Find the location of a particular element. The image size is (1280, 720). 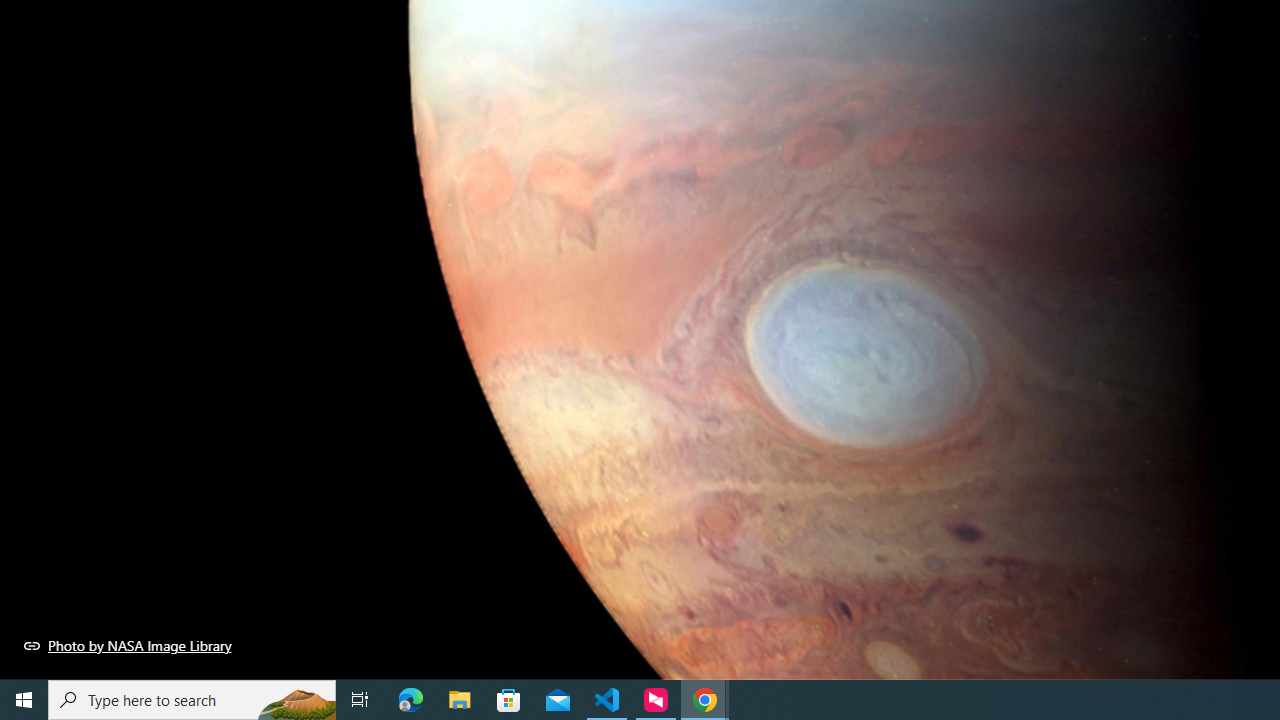

'Photo by NASA Image Library' is located at coordinates (127, 645).